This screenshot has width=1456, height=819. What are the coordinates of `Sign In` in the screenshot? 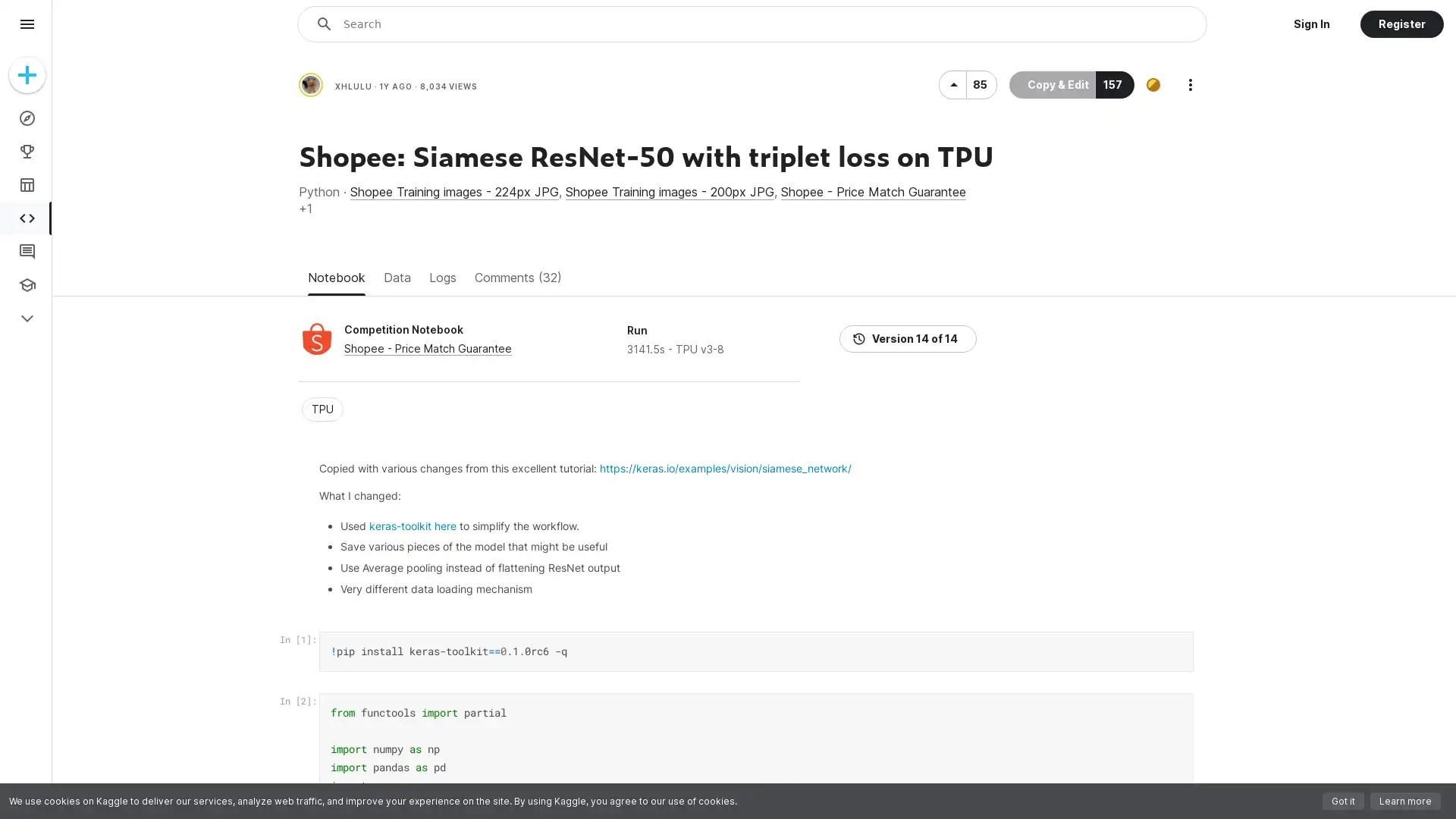 It's located at (1310, 24).